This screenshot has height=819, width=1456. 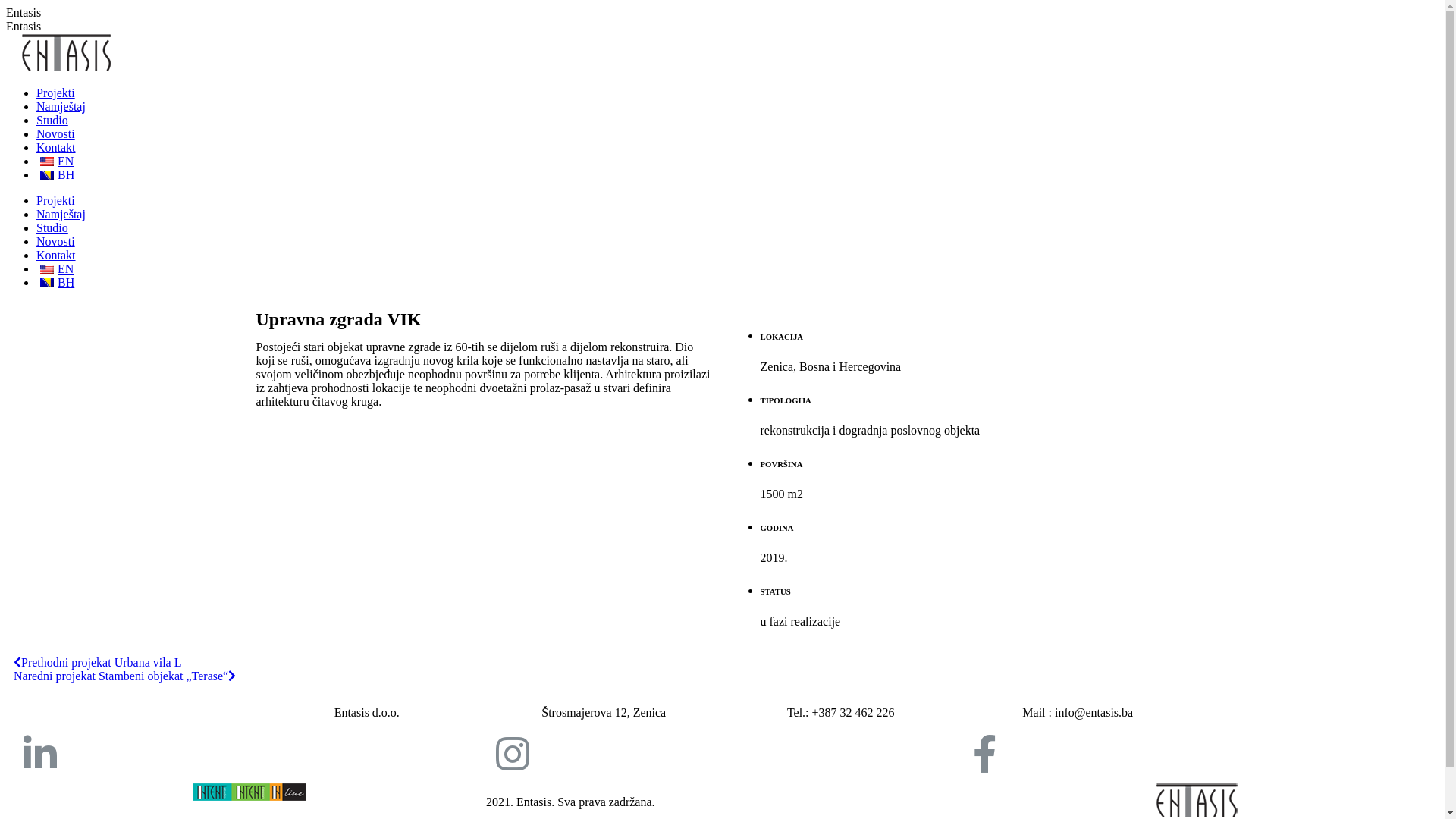 I want to click on 'Kontakt', so click(x=55, y=254).